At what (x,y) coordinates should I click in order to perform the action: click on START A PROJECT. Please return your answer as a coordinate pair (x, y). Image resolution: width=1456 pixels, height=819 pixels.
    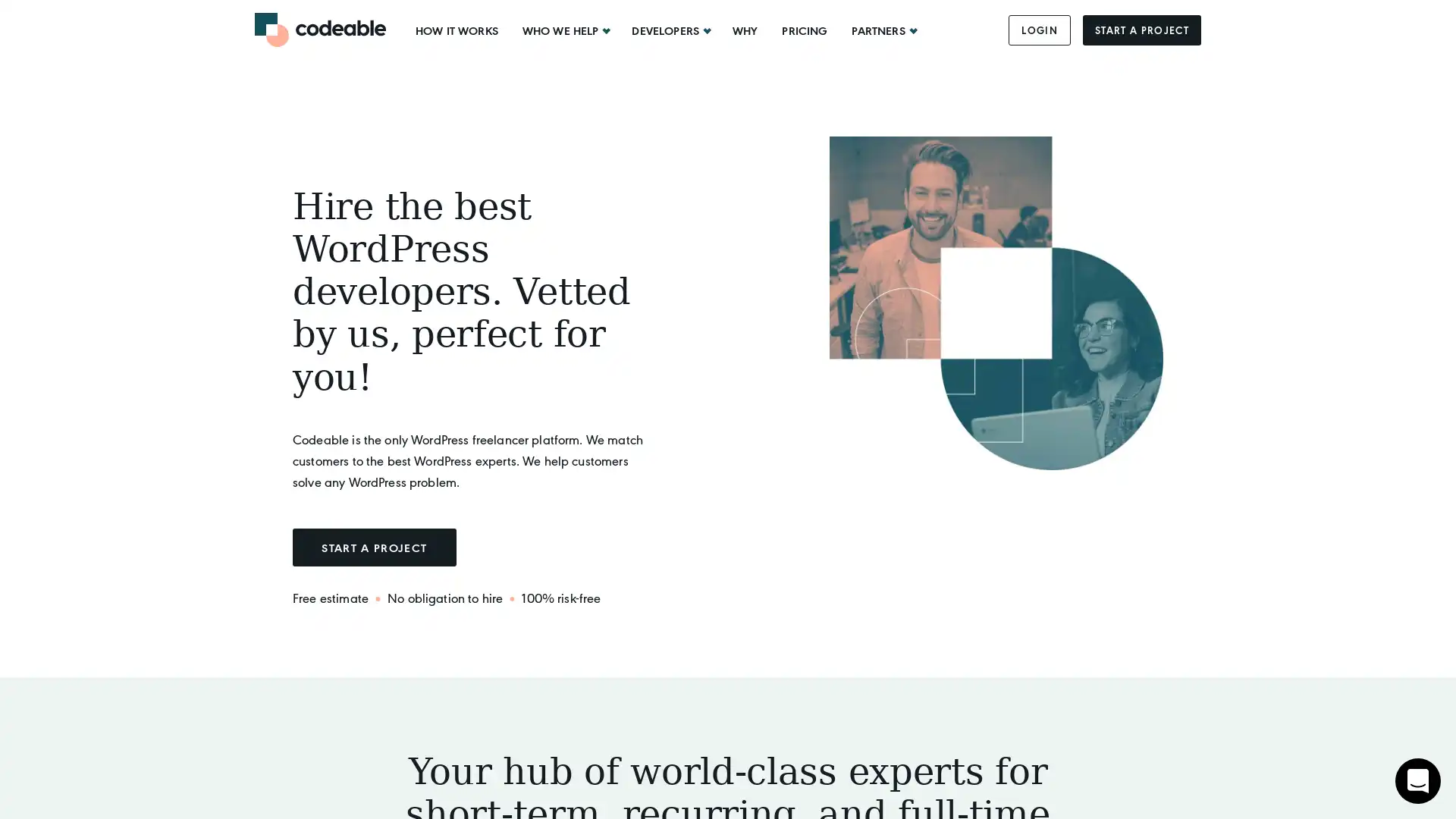
    Looking at the image, I should click on (374, 547).